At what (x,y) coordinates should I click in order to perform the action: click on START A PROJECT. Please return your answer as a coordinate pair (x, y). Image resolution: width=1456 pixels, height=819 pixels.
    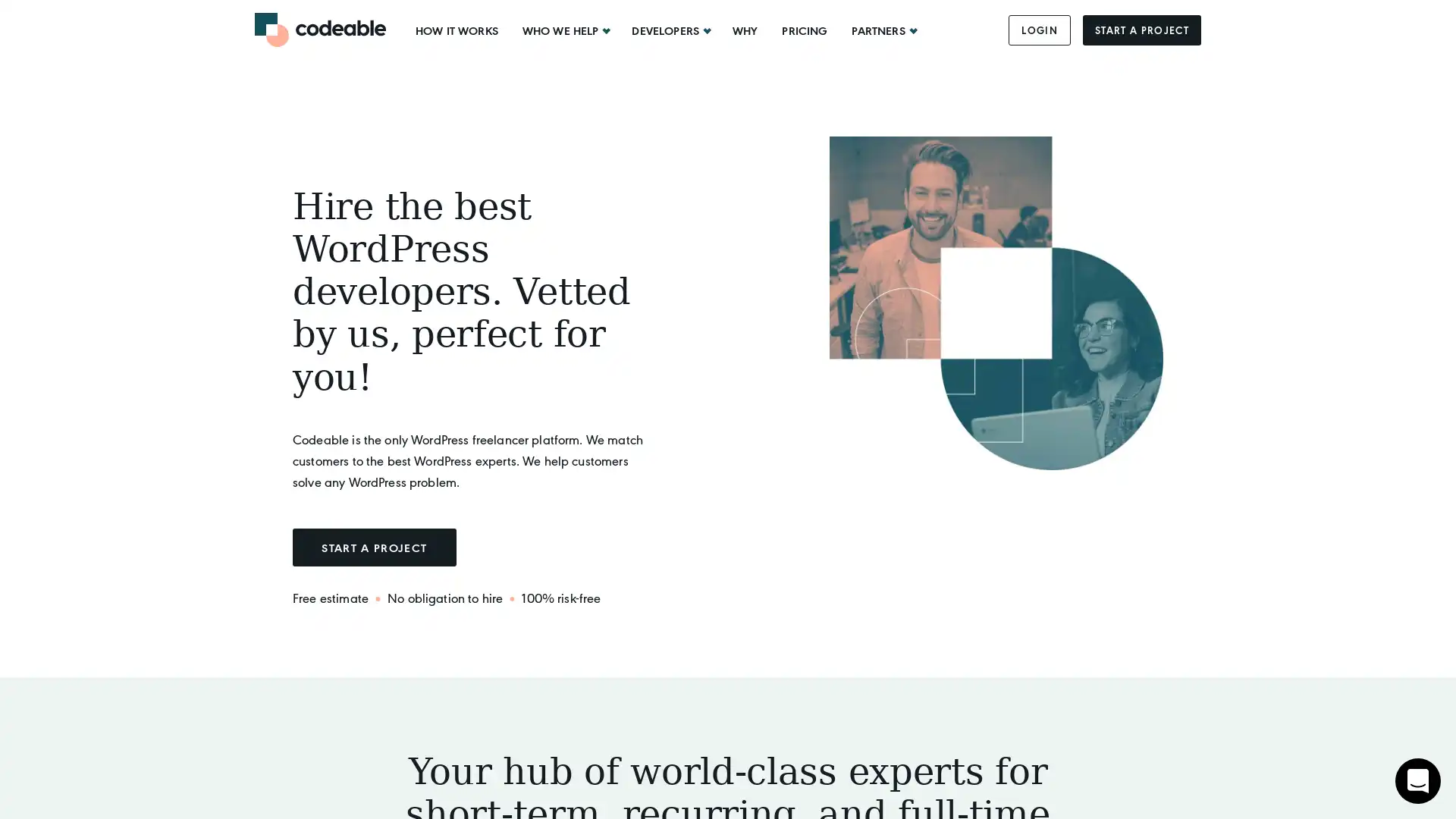
    Looking at the image, I should click on (374, 547).